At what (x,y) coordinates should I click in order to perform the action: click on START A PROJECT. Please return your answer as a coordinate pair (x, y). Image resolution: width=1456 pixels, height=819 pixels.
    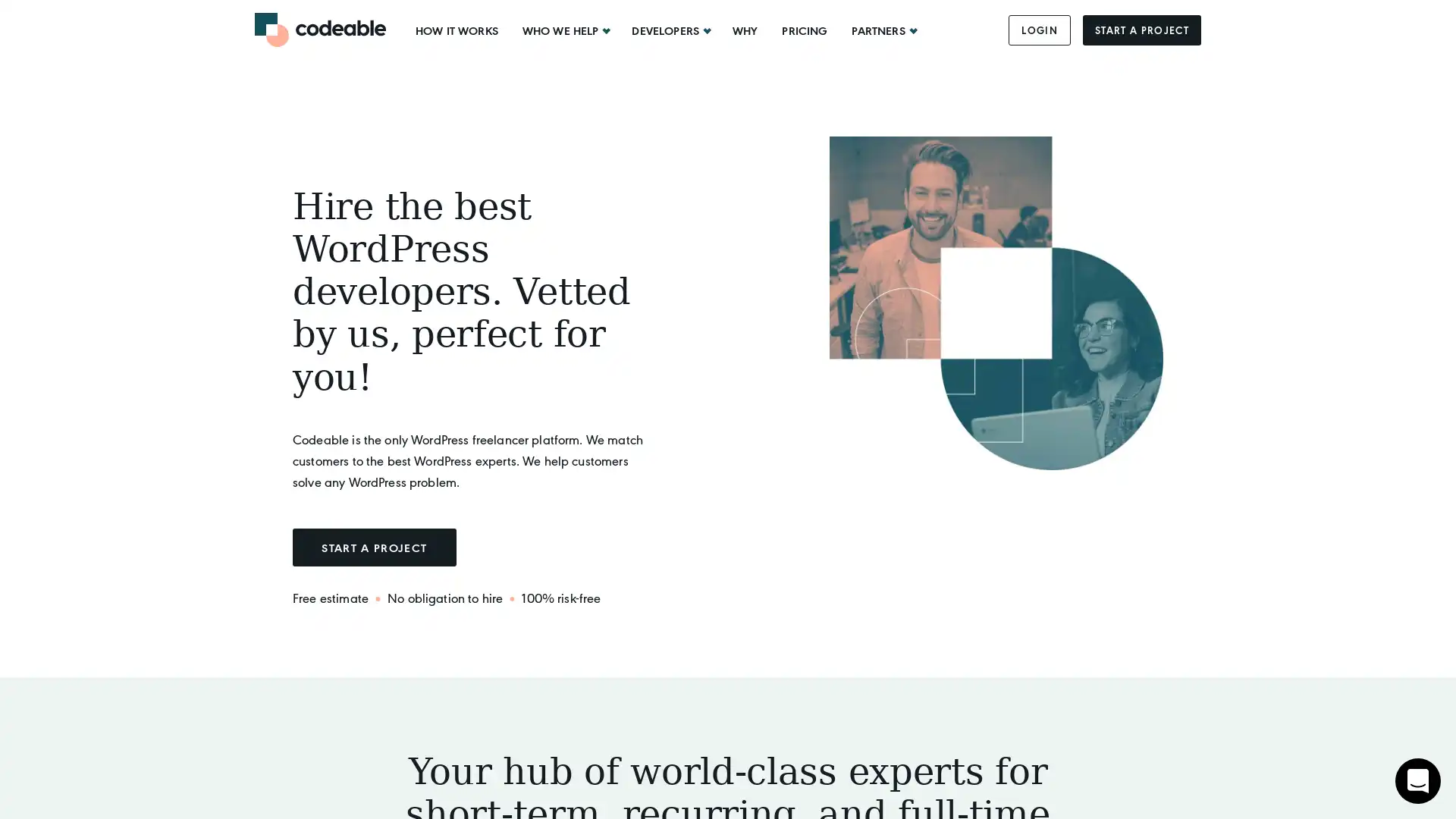
    Looking at the image, I should click on (374, 547).